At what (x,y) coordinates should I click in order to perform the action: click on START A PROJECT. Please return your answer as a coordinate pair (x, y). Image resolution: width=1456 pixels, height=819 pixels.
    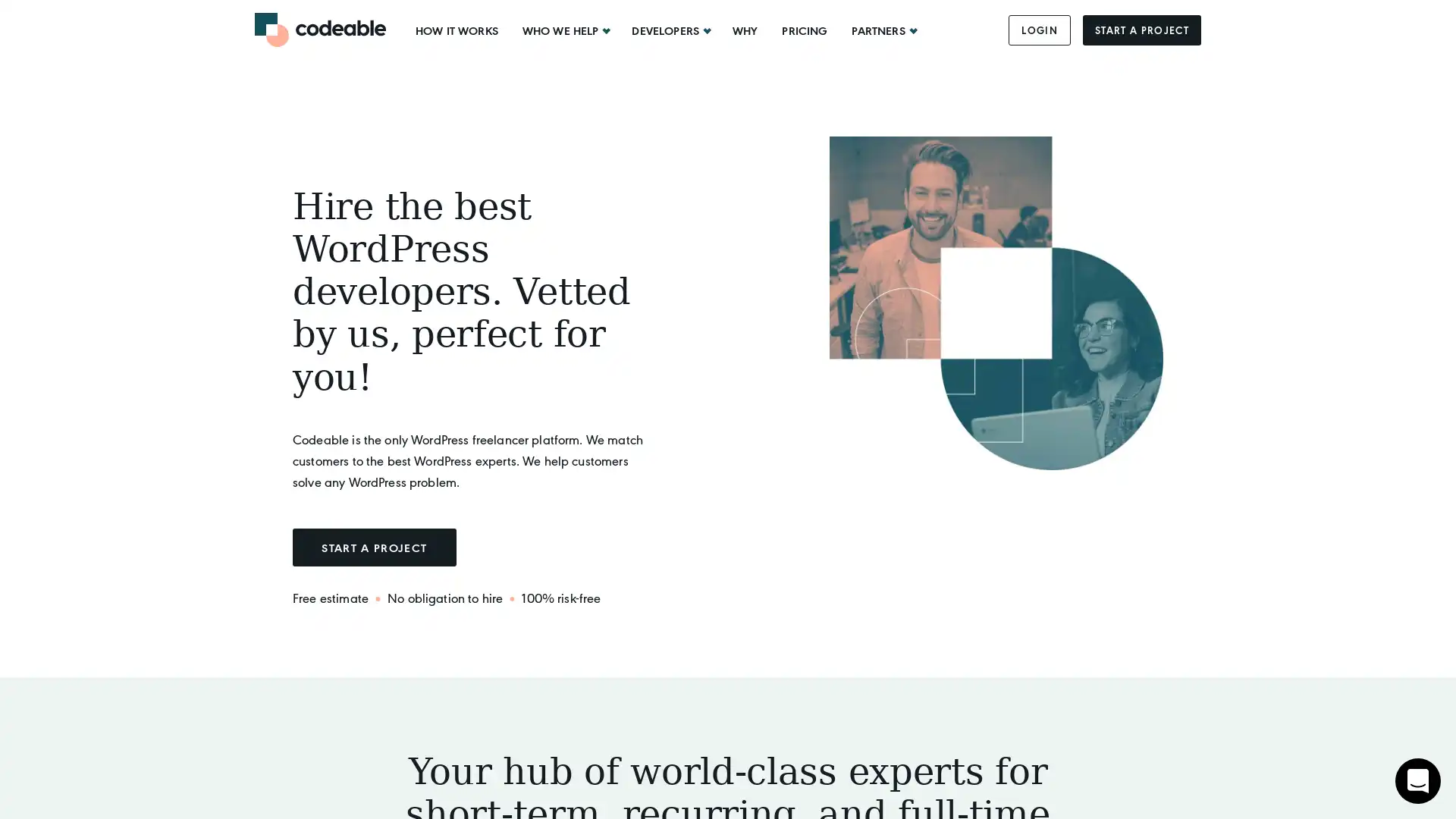
    Looking at the image, I should click on (374, 547).